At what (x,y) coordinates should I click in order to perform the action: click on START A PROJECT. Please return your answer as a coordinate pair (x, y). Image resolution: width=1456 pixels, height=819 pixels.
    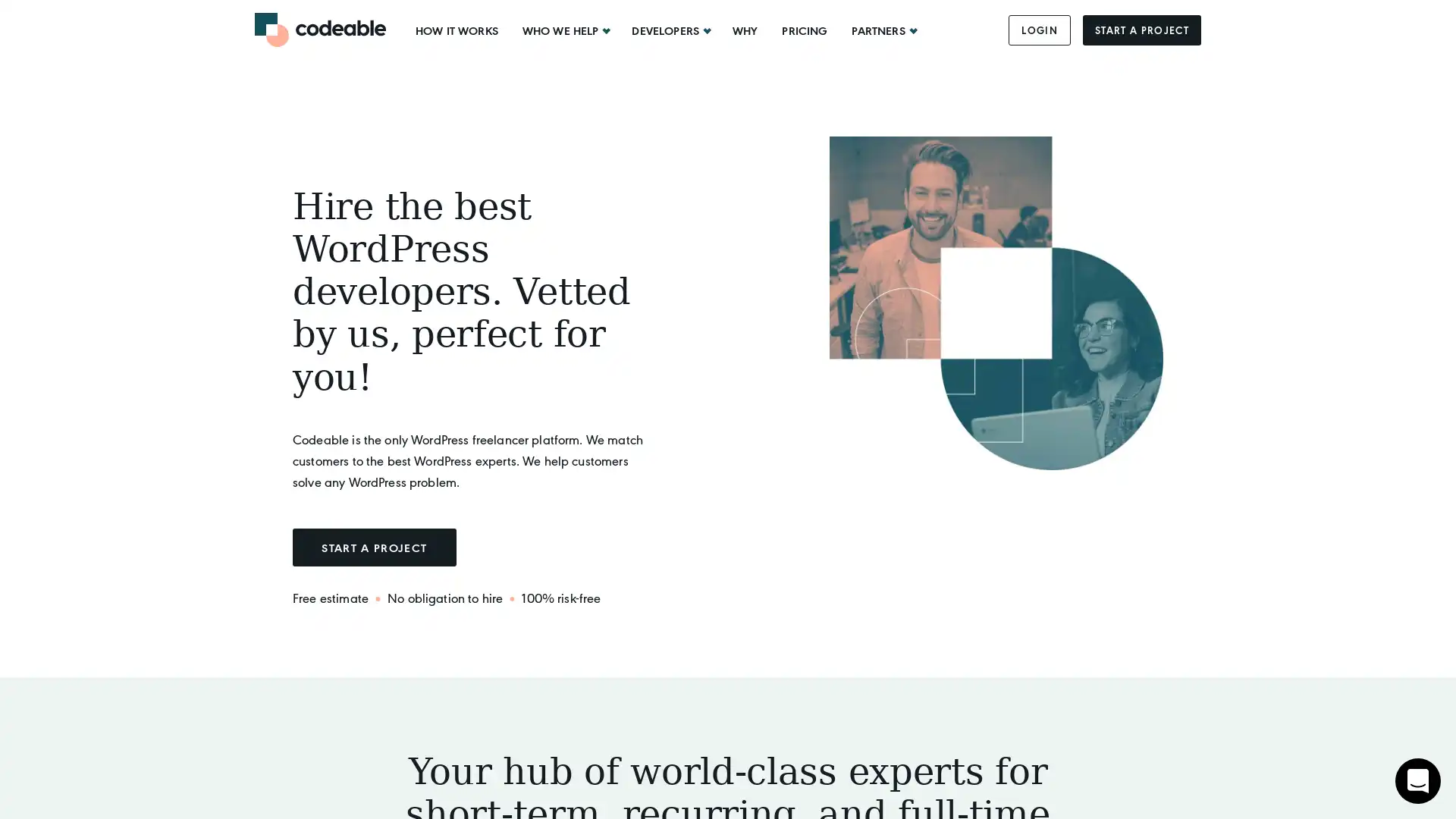
    Looking at the image, I should click on (374, 547).